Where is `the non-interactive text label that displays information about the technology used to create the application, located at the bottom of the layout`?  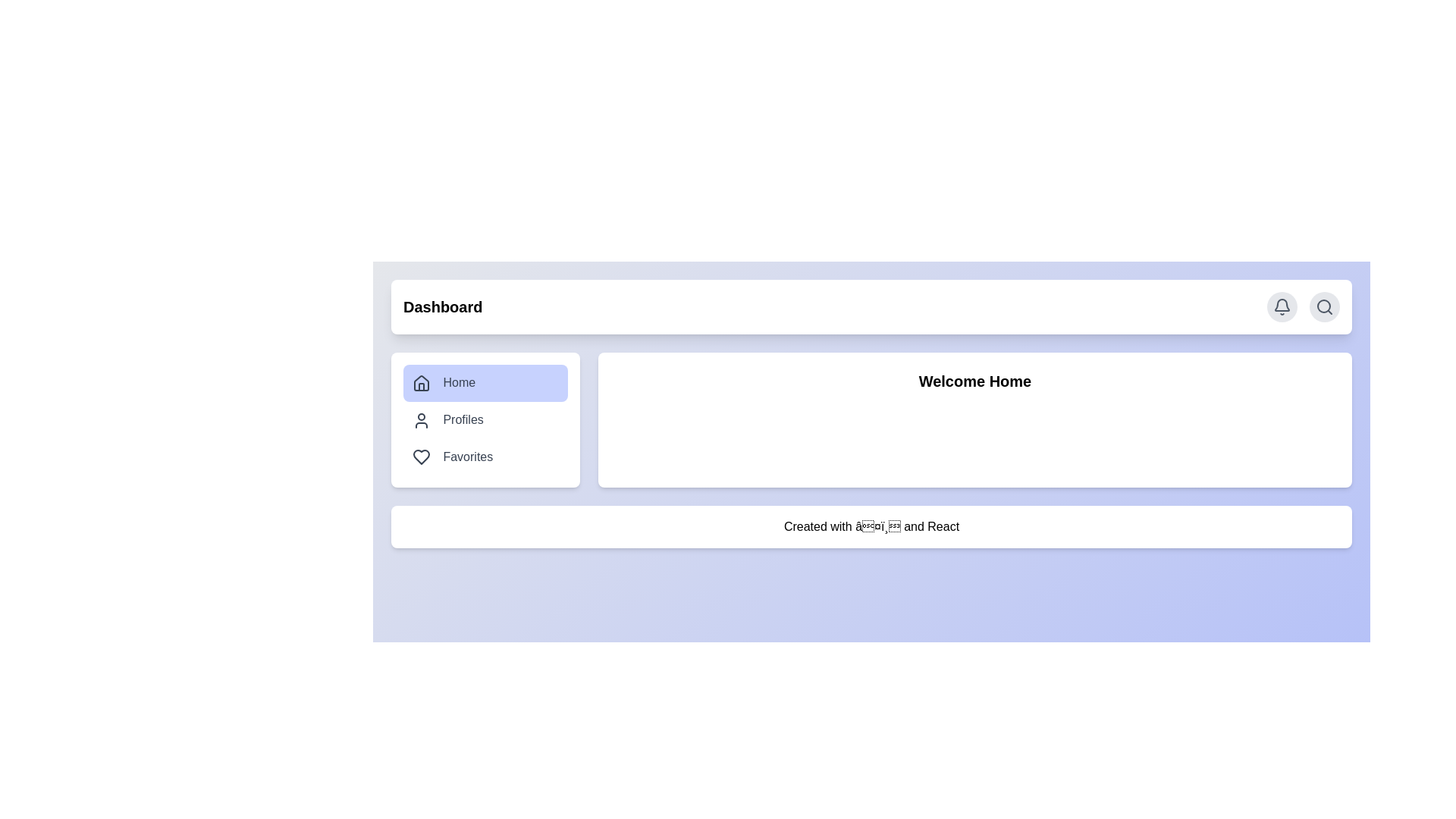
the non-interactive text label that displays information about the technology used to create the application, located at the bottom of the layout is located at coordinates (871, 526).